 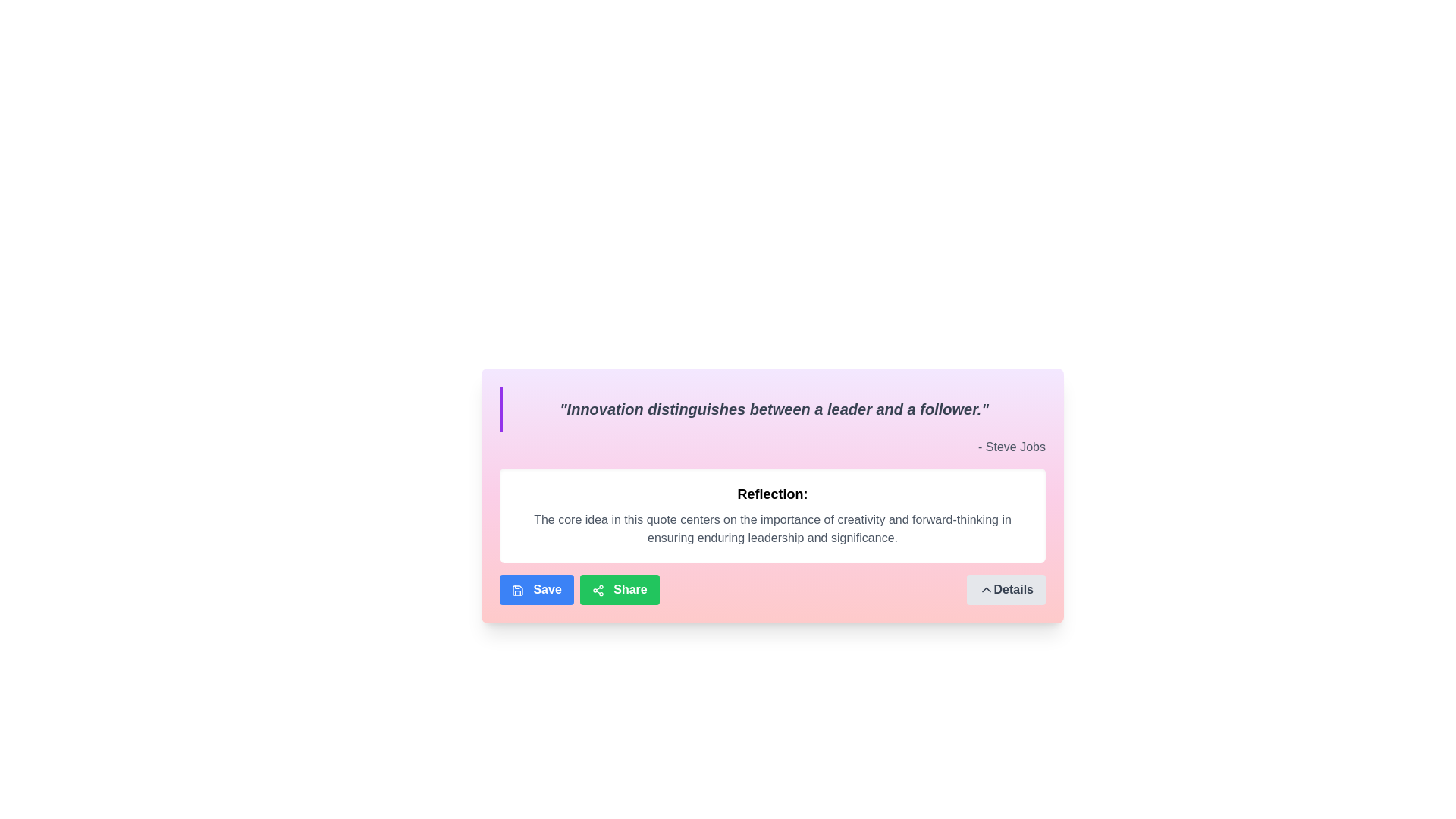 What do you see at coordinates (579, 589) in the screenshot?
I see `the grouped interactive buttons labeled 'Save' and 'Share'` at bounding box center [579, 589].